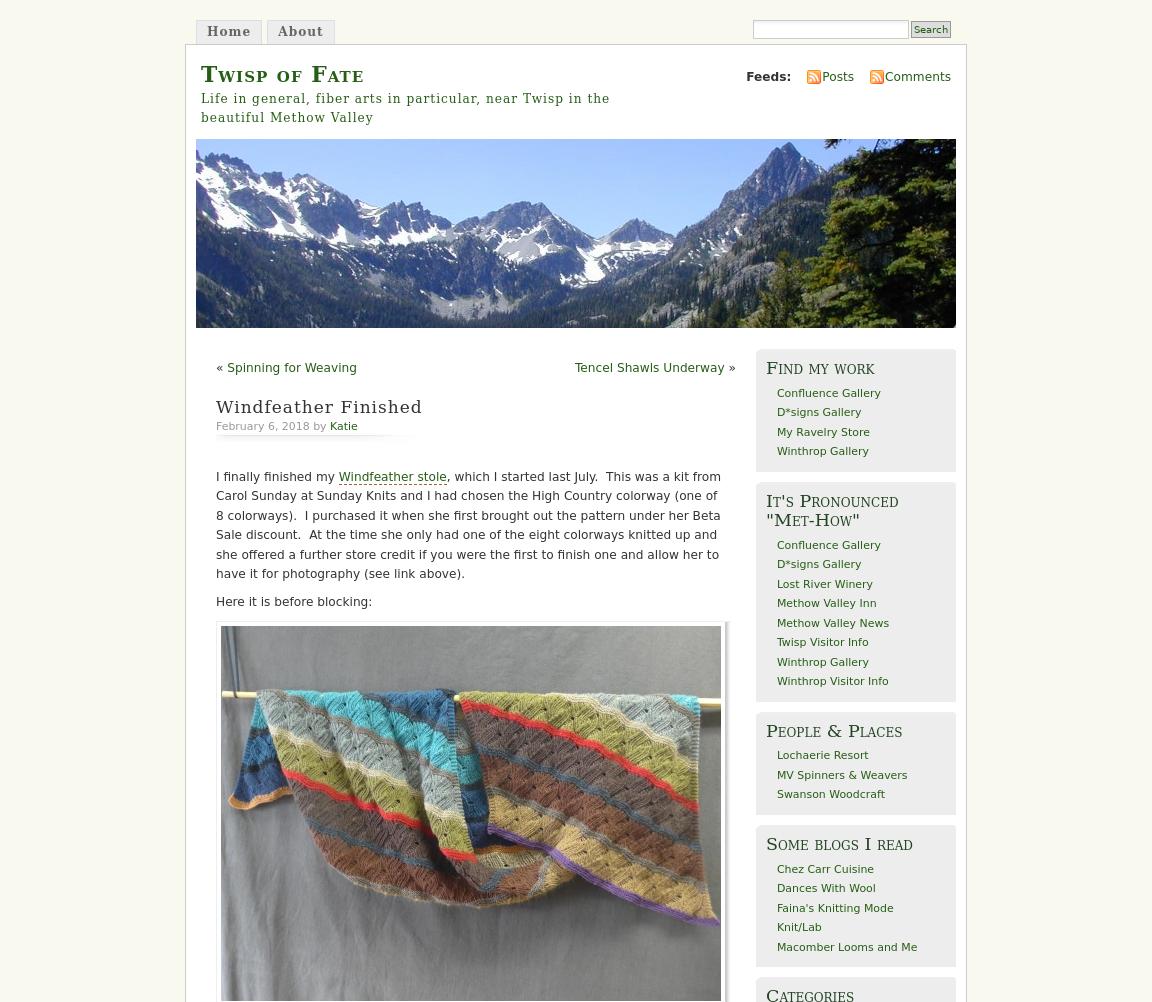 This screenshot has height=1002, width=1152. Describe the element at coordinates (768, 75) in the screenshot. I see `'Feeds:'` at that location.